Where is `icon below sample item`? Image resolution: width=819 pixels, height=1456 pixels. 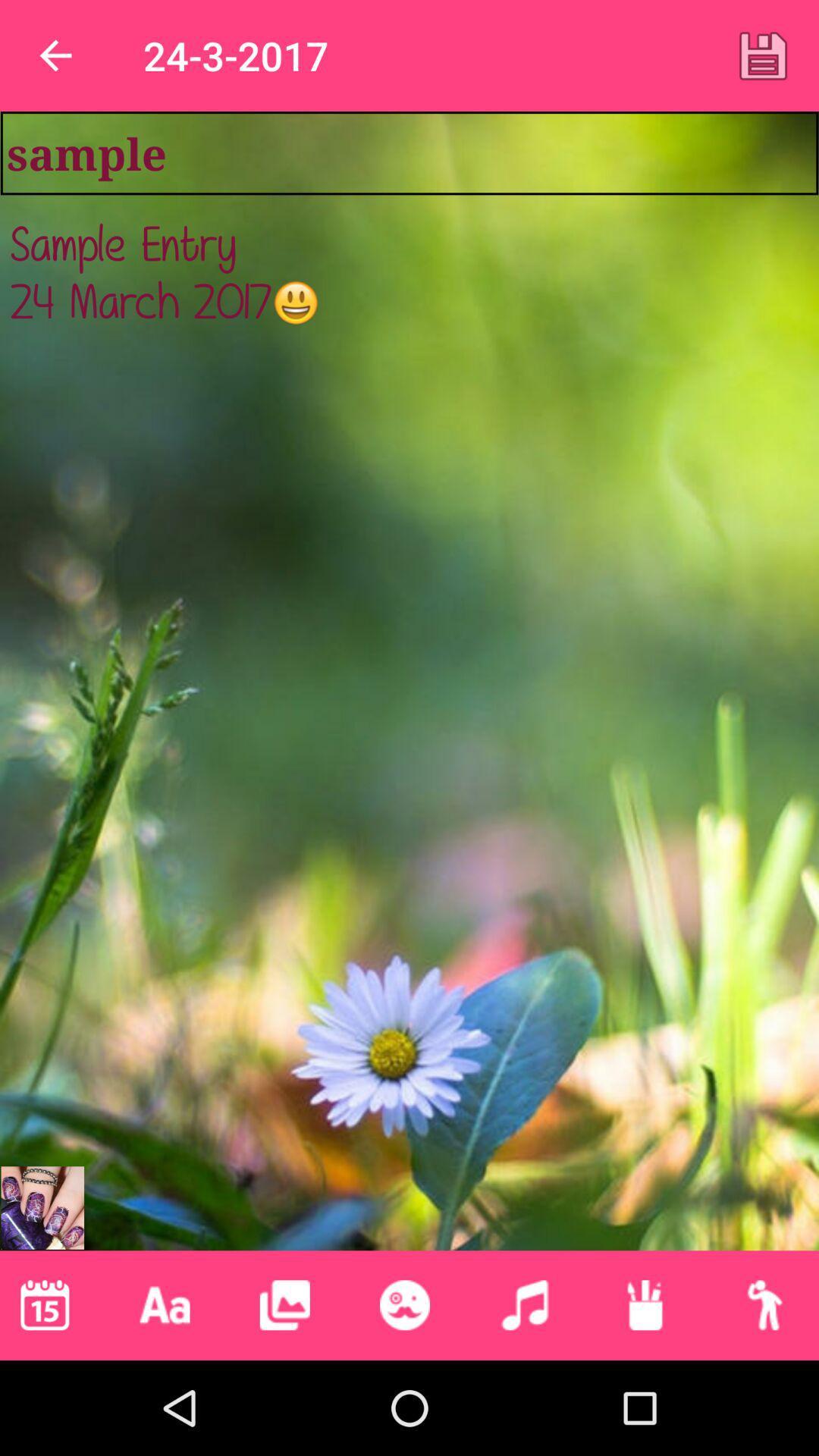
icon below sample item is located at coordinates (409, 689).